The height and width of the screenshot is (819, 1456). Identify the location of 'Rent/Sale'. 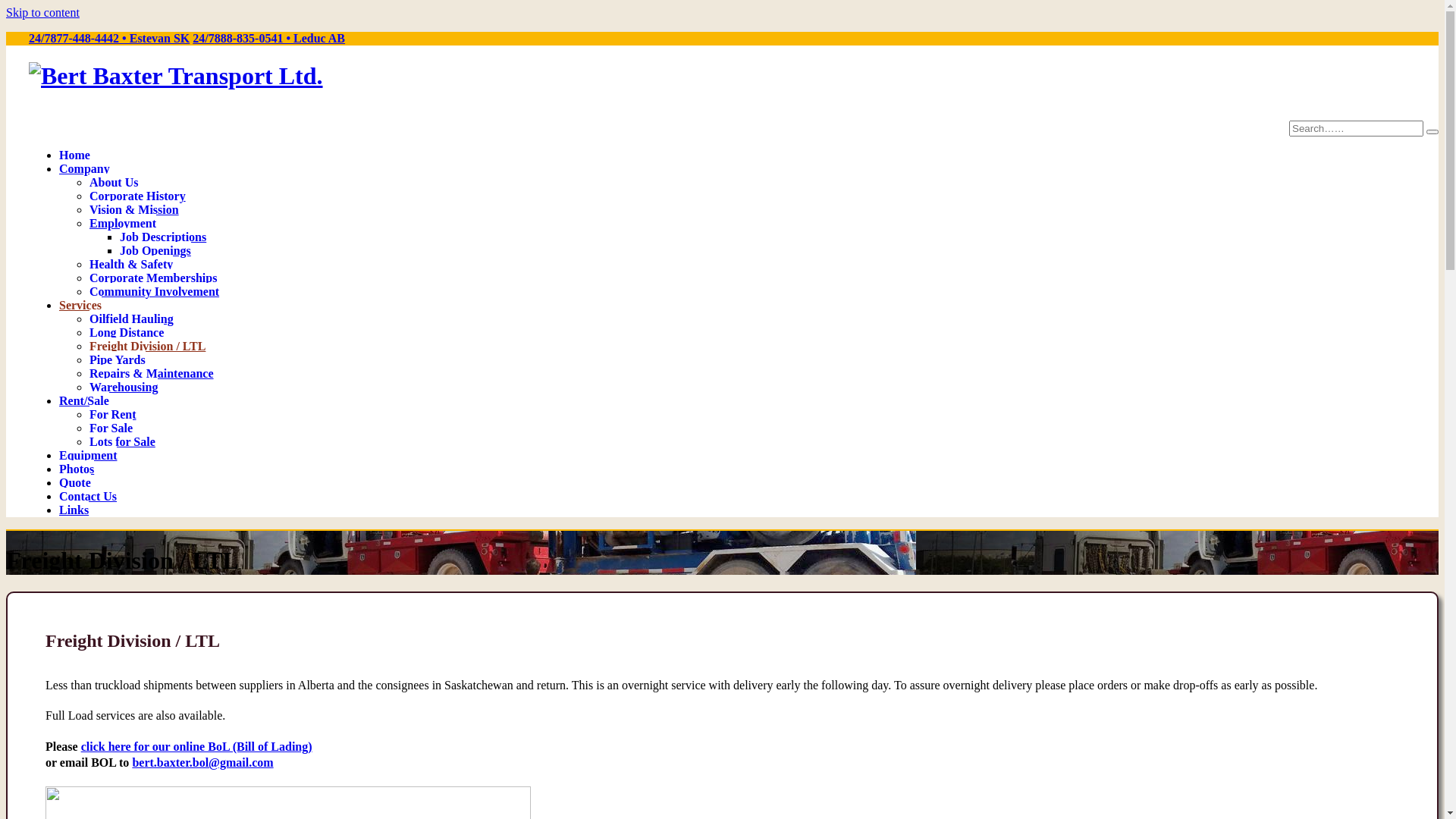
(83, 399).